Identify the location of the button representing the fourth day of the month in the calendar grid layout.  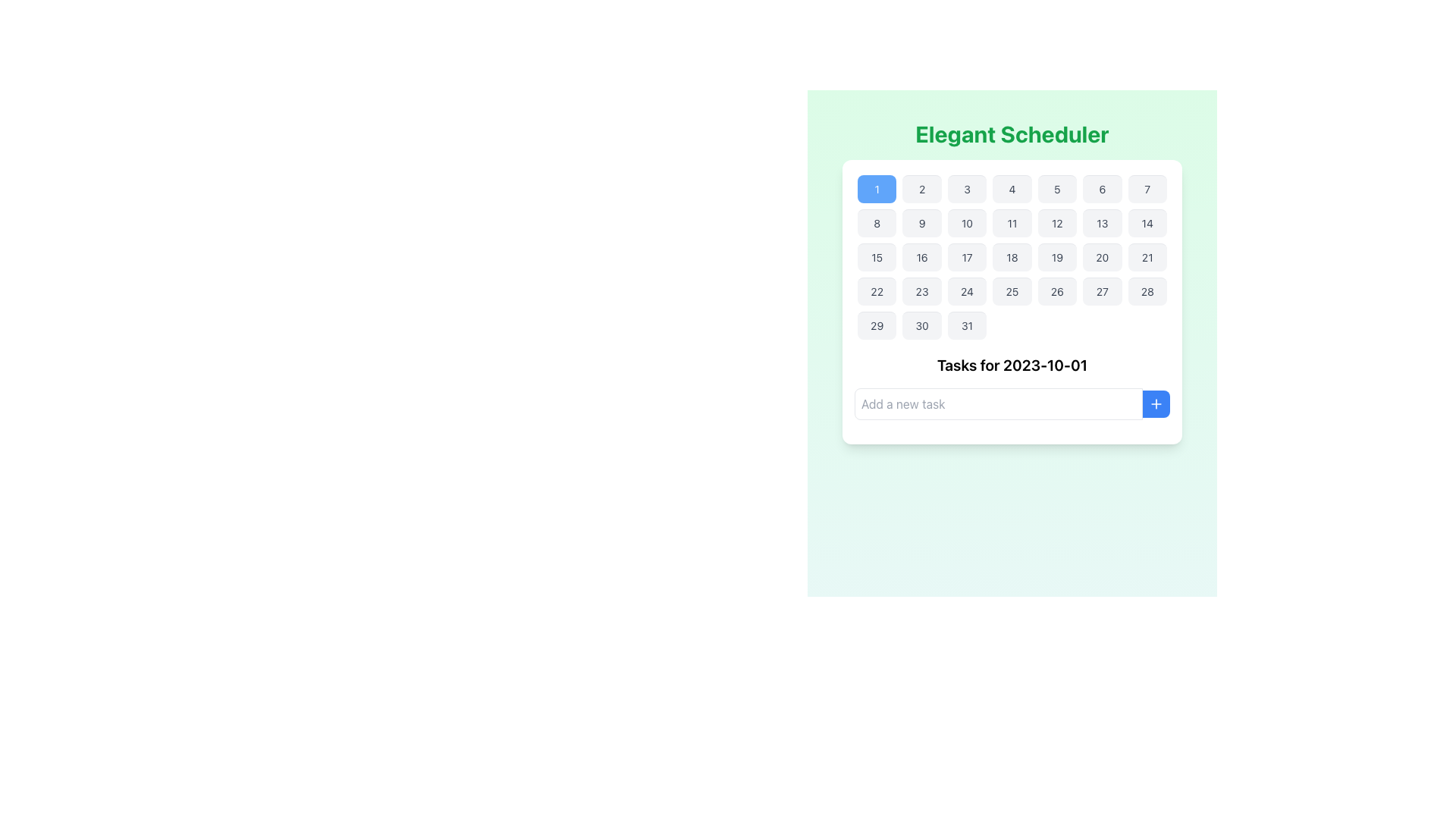
(1012, 188).